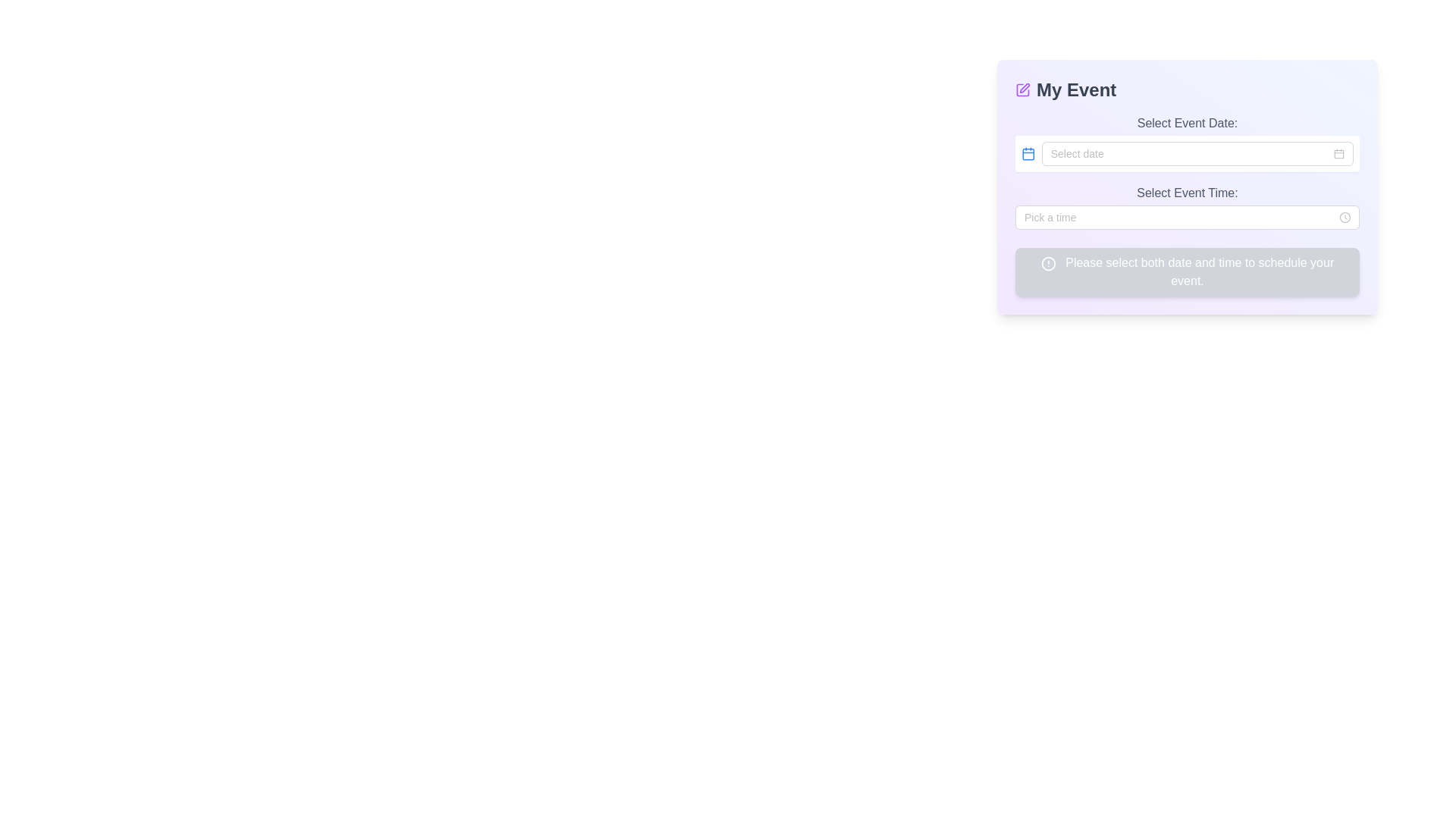 The image size is (1456, 819). I want to click on the label that describes the purpose of the time picker input field, which is centered horizontally in the interface and positioned directly above the time picker input field, so click(1186, 192).